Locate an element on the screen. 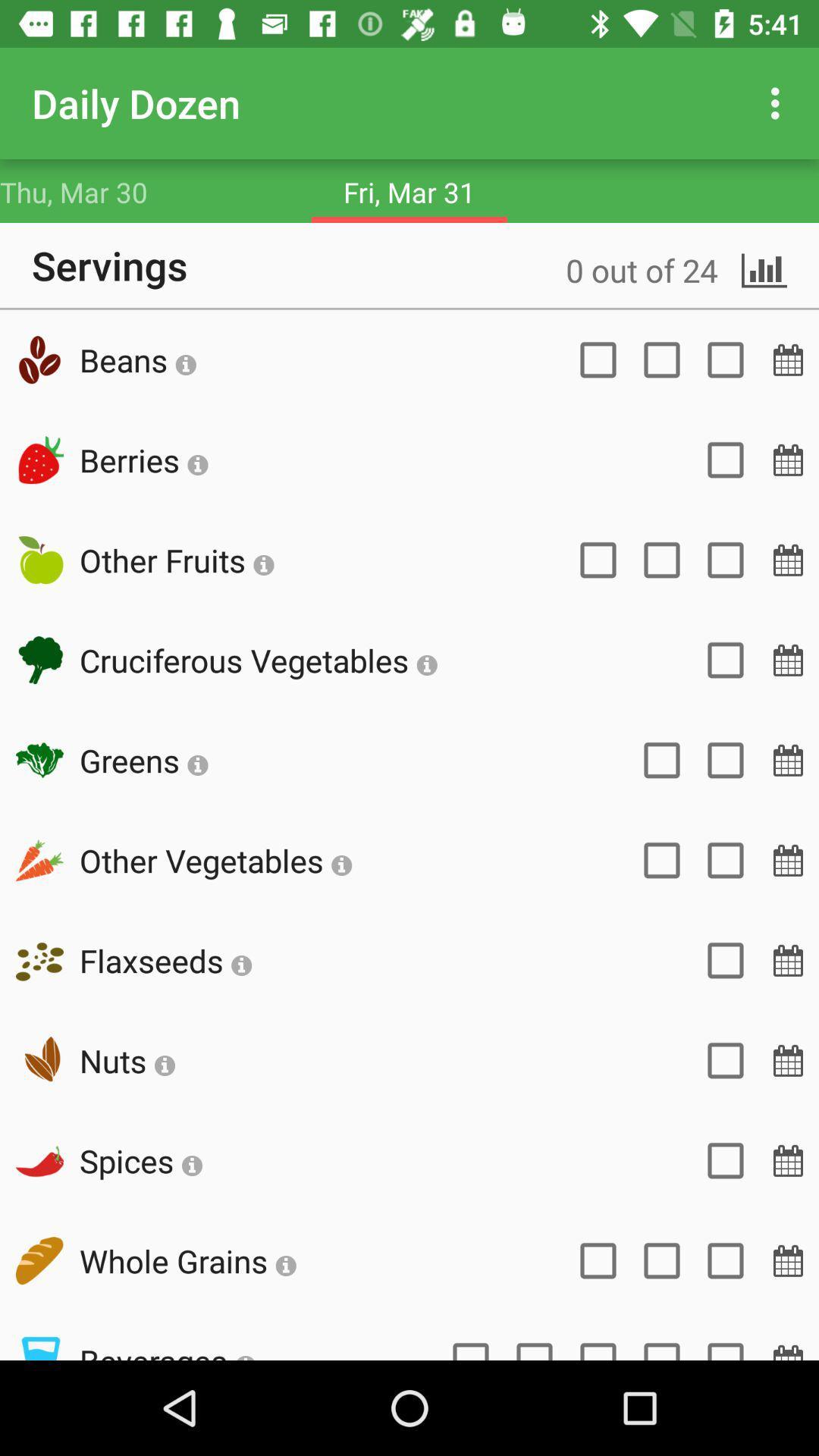 The image size is (819, 1456). the date_range icon is located at coordinates (787, 760).